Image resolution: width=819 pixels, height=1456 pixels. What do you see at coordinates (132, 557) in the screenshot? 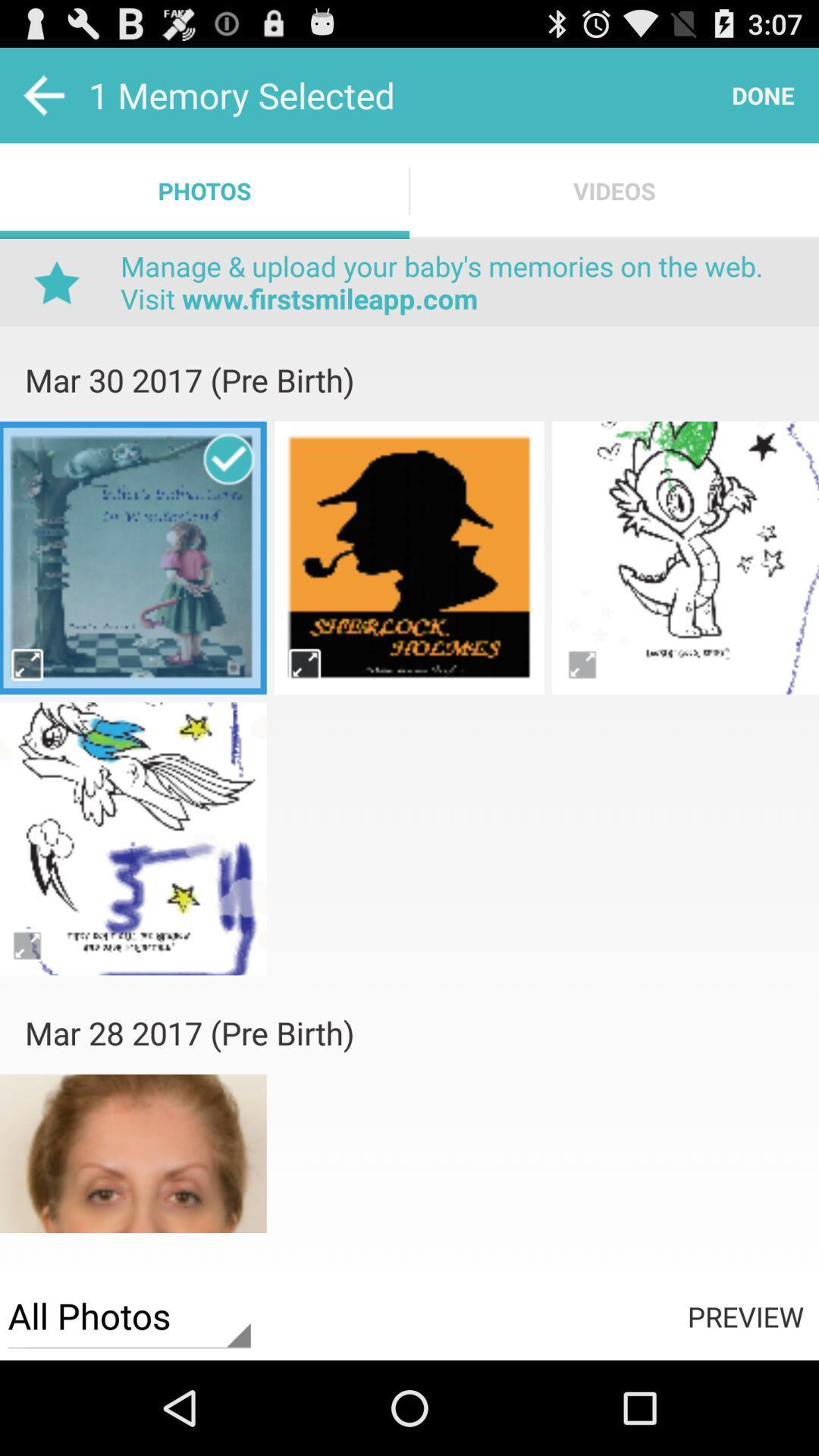
I see `vedio select putton` at bounding box center [132, 557].